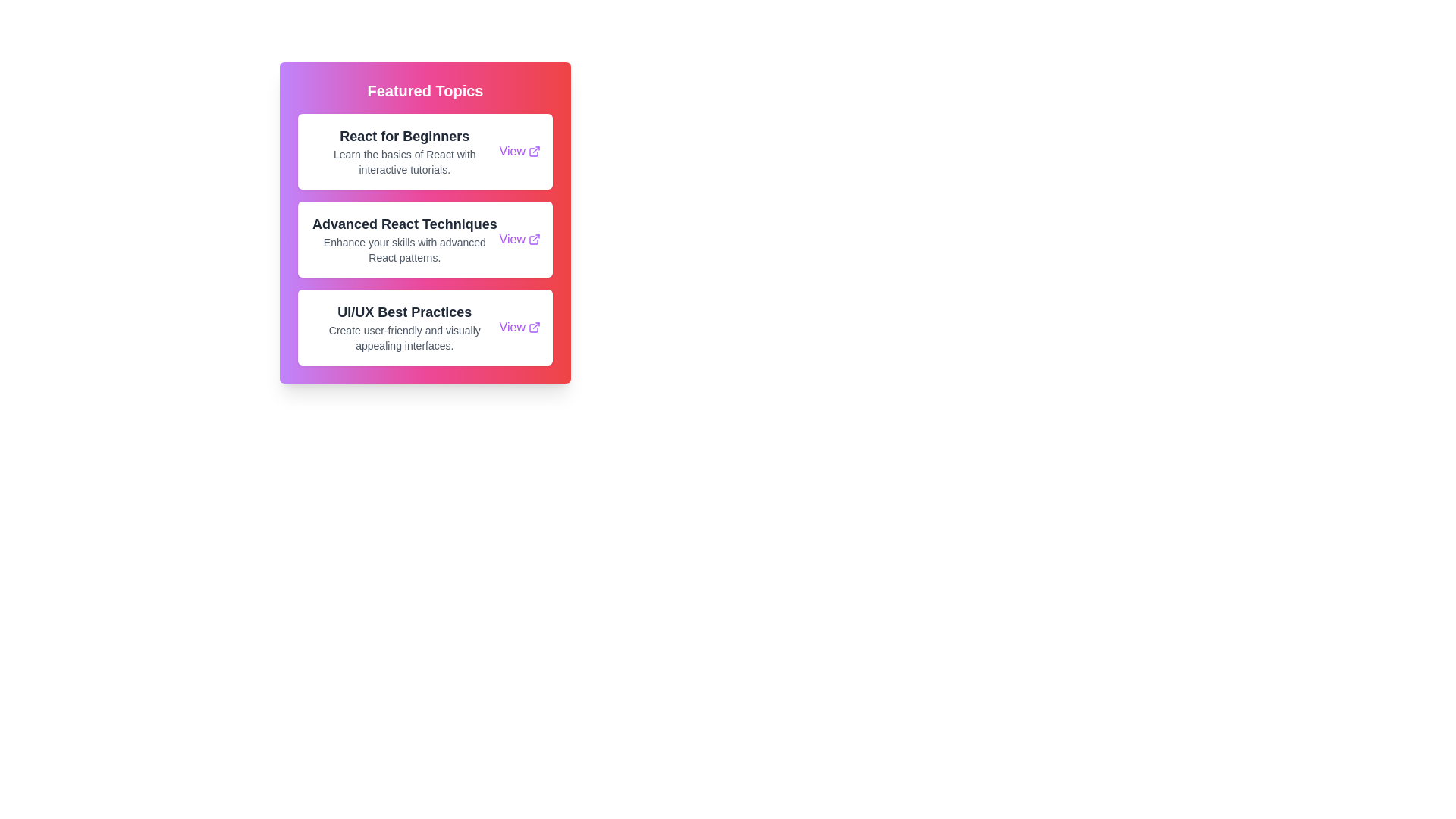 This screenshot has height=819, width=1456. I want to click on the external link icon located to the right of the 'View' text next to 'React for Beginners' in the topmost section of the list of featured topics, so click(535, 152).